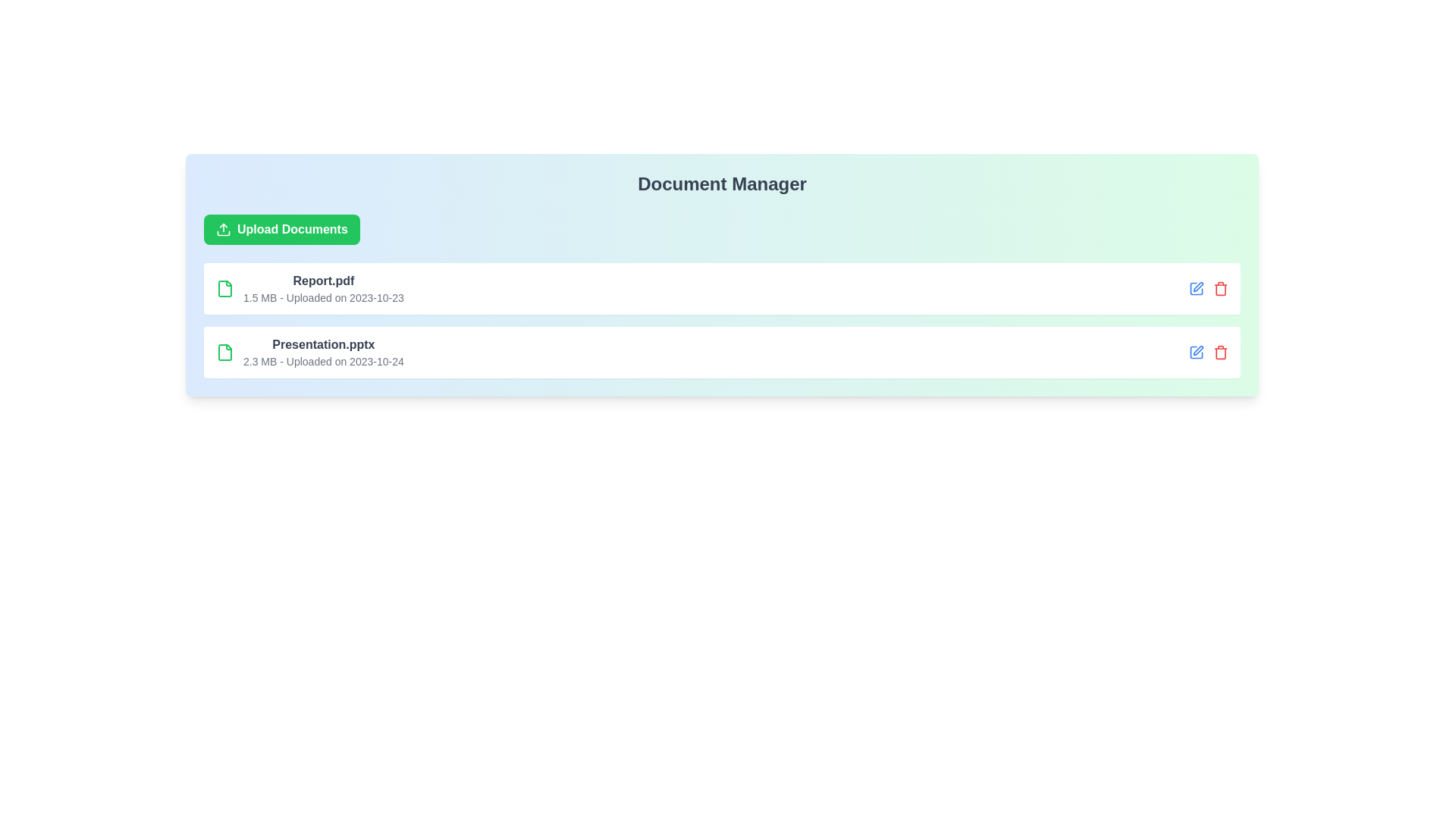  I want to click on the 'Upload Documents' button icon, which is a green rectangular button located in the top-left section of the file upload interface, visually indicating the file upload functionality, so click(222, 230).